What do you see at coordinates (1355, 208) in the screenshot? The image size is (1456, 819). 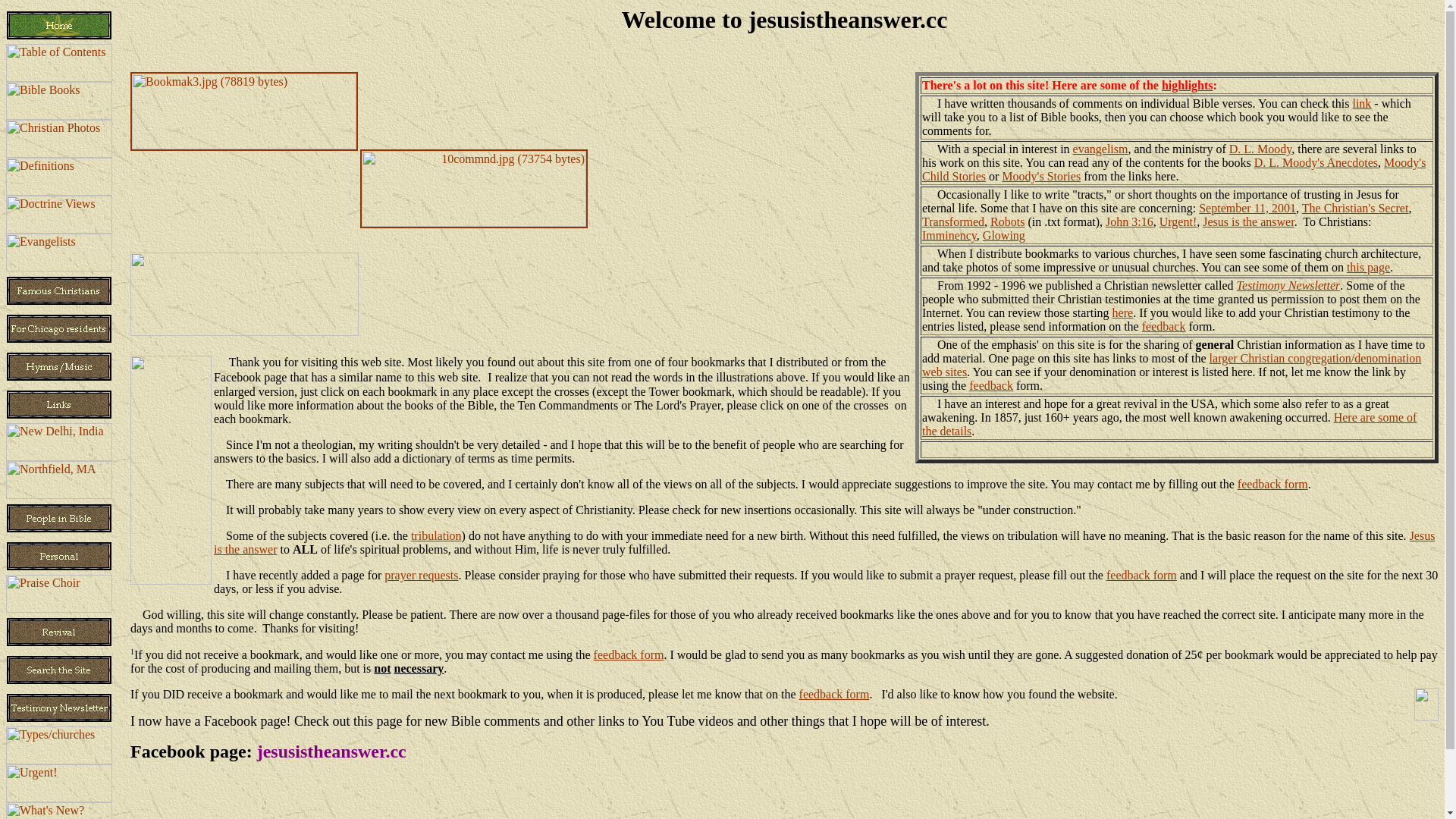 I see `'The Christian's Secret'` at bounding box center [1355, 208].